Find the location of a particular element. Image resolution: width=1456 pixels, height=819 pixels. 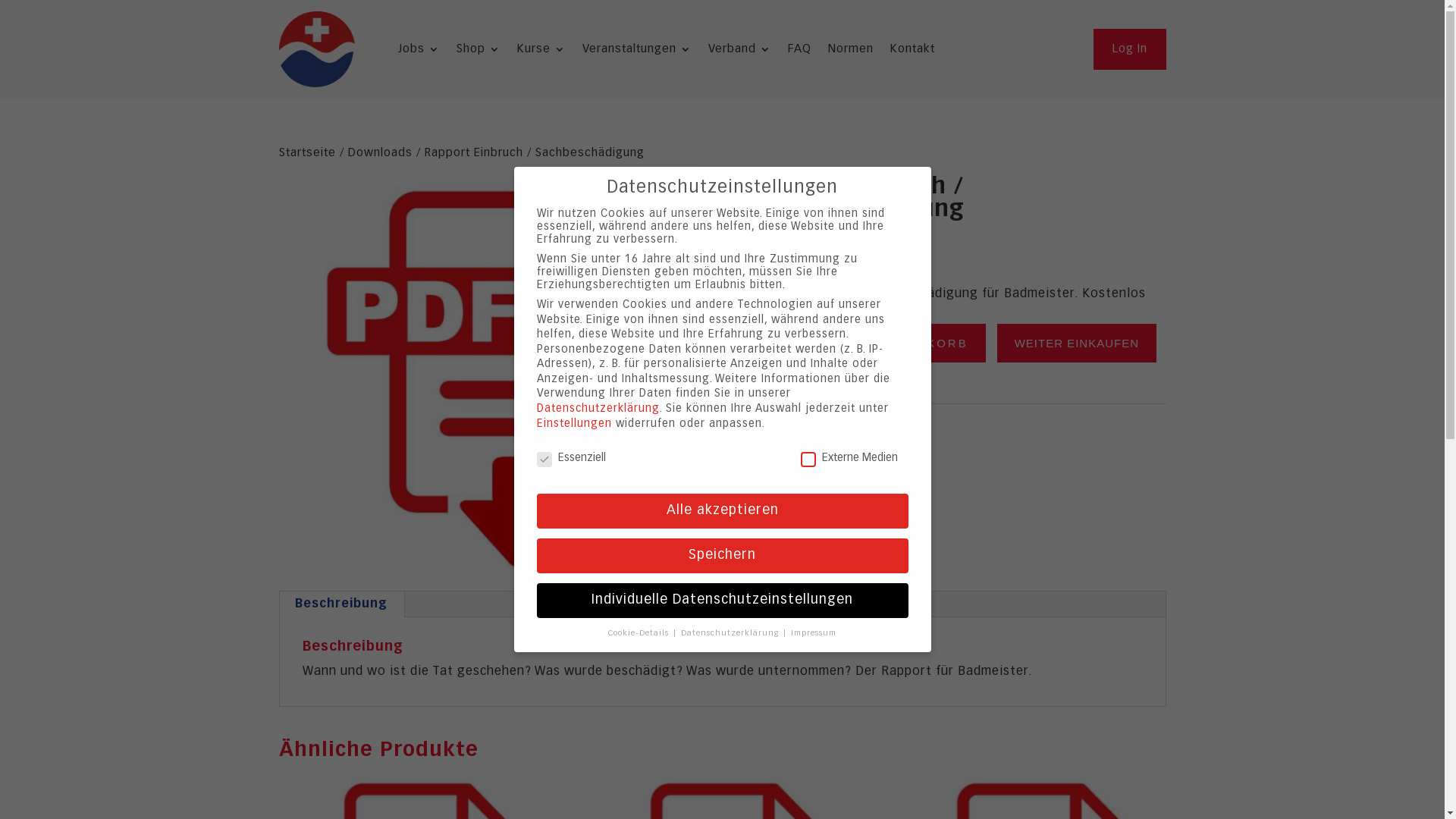

'Jobs' is located at coordinates (397, 52).